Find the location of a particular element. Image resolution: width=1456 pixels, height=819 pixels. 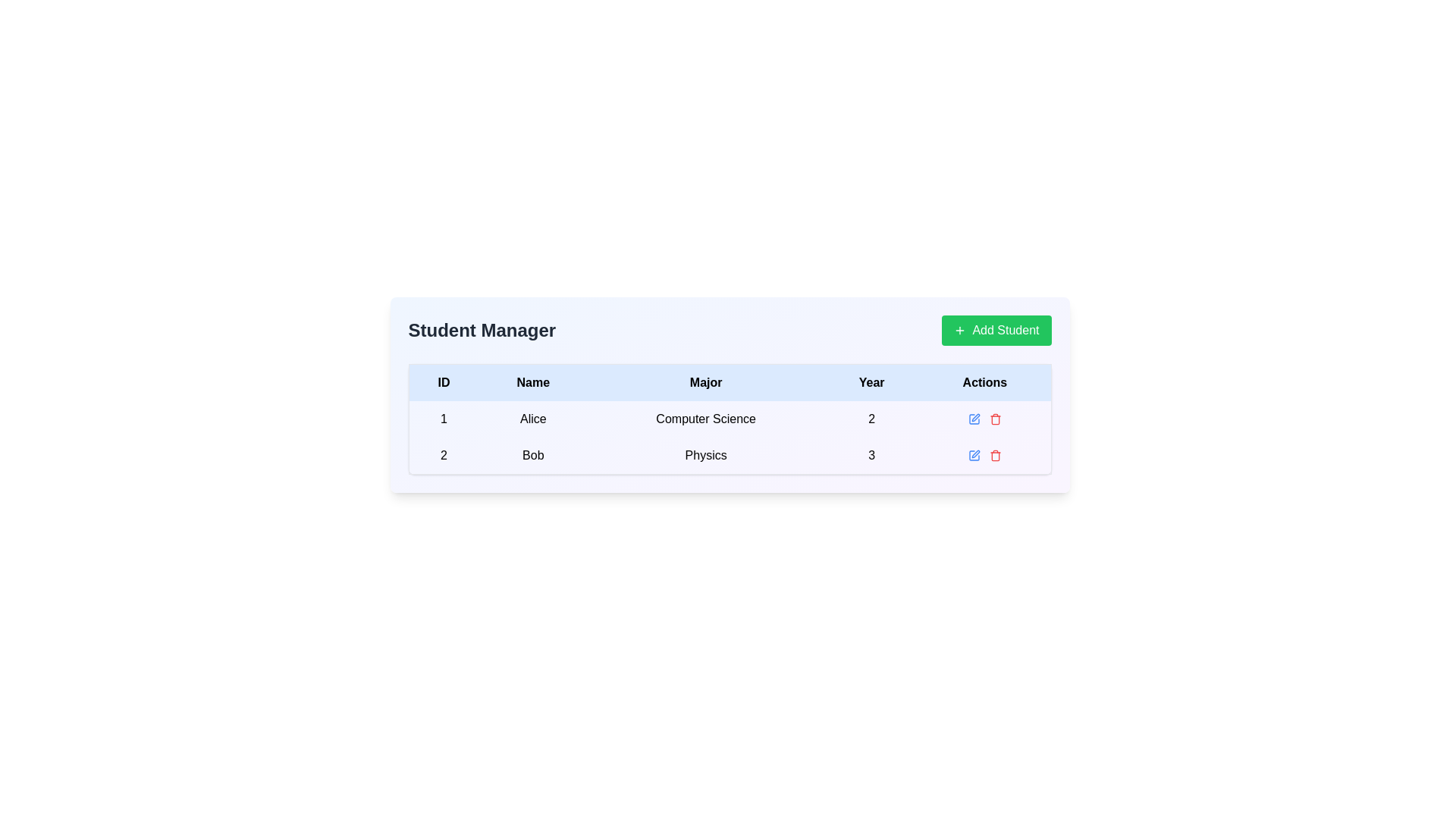

the Text label displaying the unique identifier (ID) for the corresponding row in the table, which is located in the first column of the first row, adjacent to the cell containing 'Alice' on its right side is located at coordinates (443, 419).